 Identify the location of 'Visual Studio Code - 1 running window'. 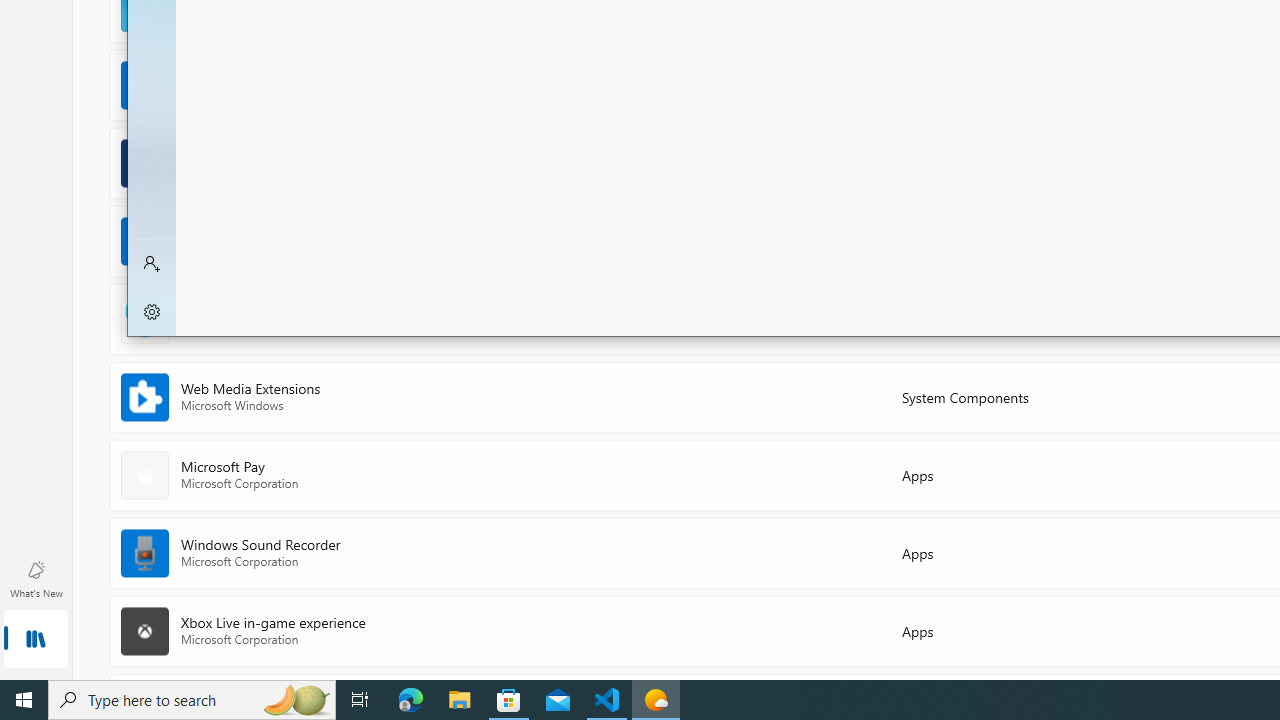
(606, 698).